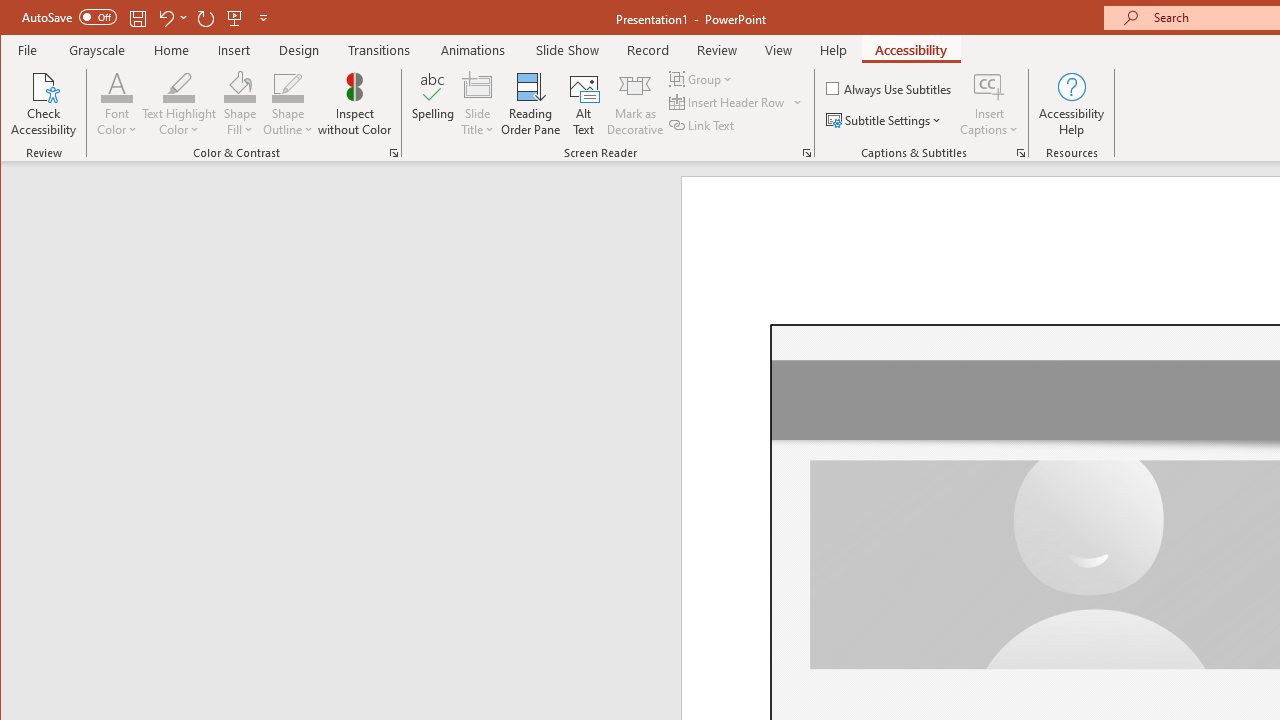 Image resolution: width=1280 pixels, height=720 pixels. I want to click on 'Reading Order Pane', so click(531, 104).